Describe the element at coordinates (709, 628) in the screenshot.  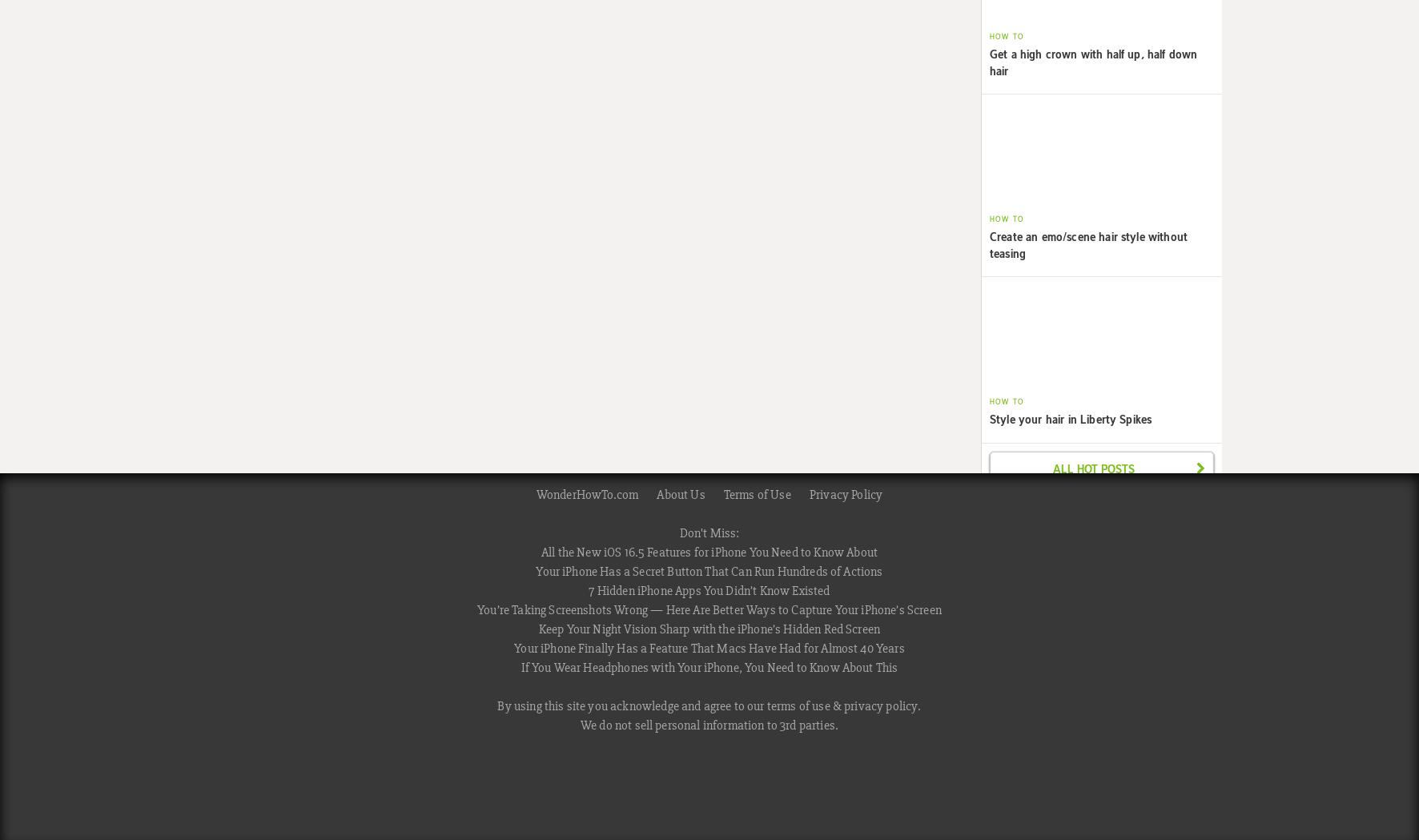
I see `'Keep Your Night Vision Sharp with the iPhone’s Hidden Red Screen'` at that location.